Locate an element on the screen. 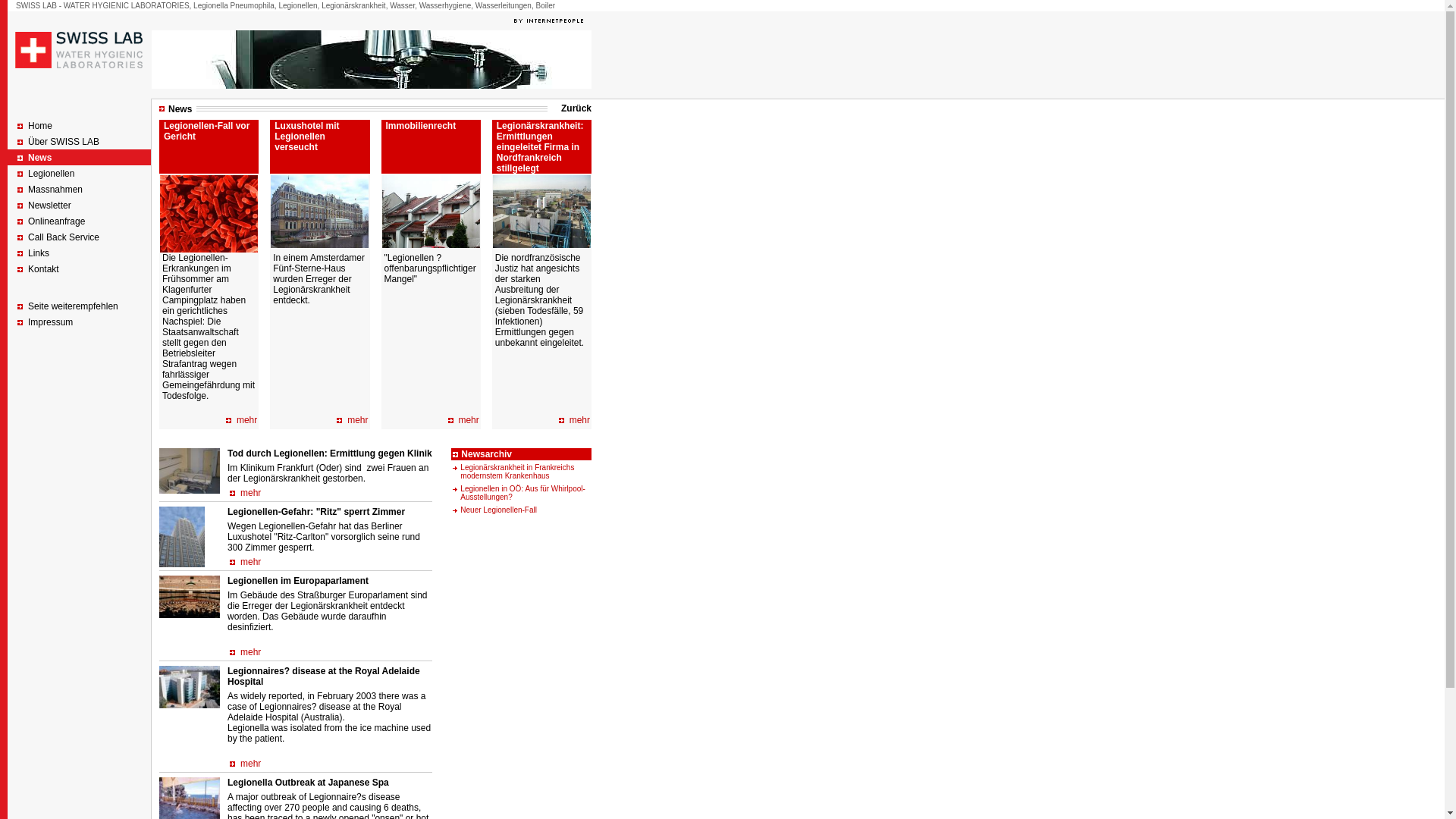 This screenshot has height=819, width=1456. 'Seite weiterempfehlen' is located at coordinates (72, 306).